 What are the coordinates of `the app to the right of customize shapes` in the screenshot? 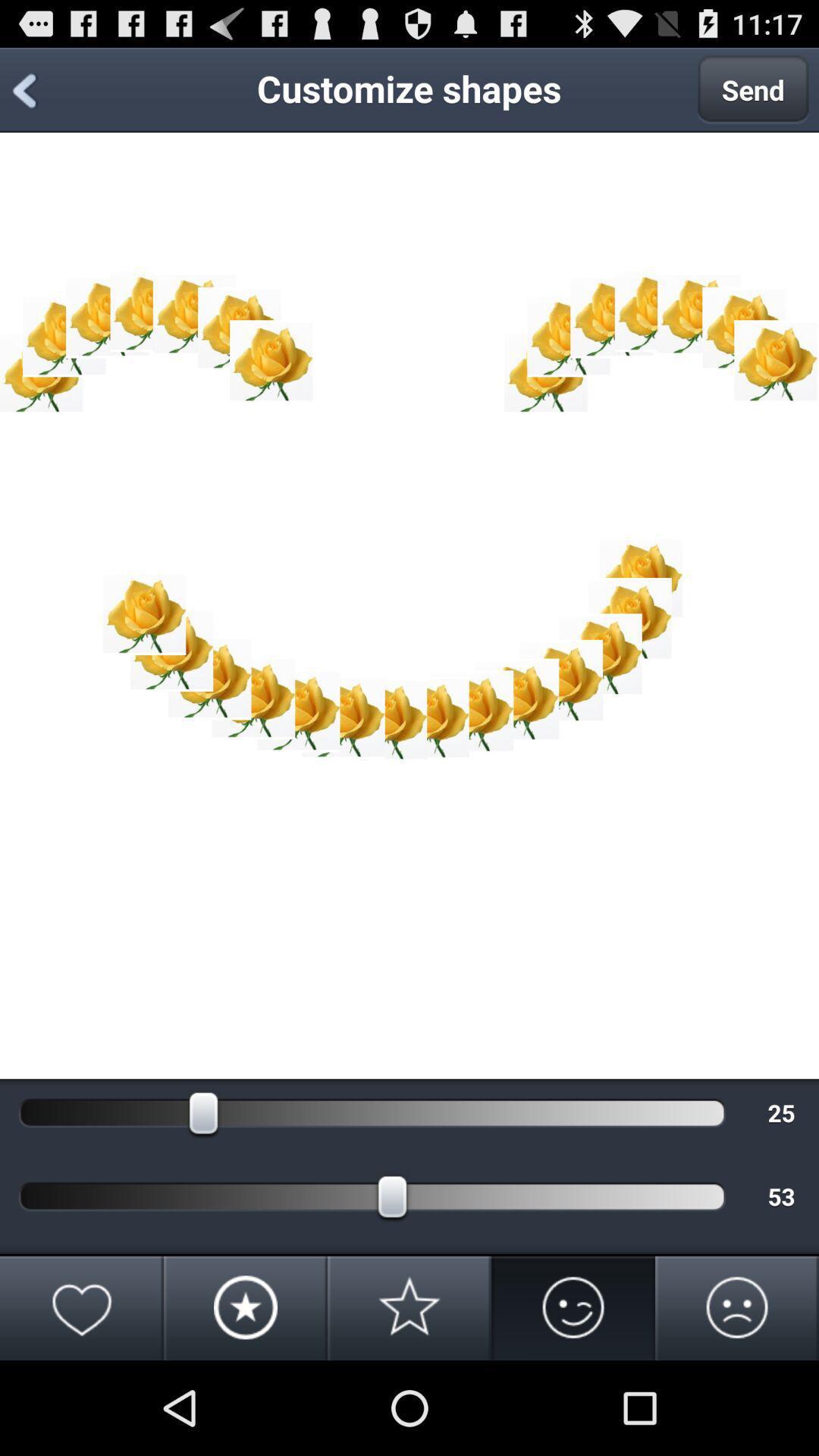 It's located at (753, 89).